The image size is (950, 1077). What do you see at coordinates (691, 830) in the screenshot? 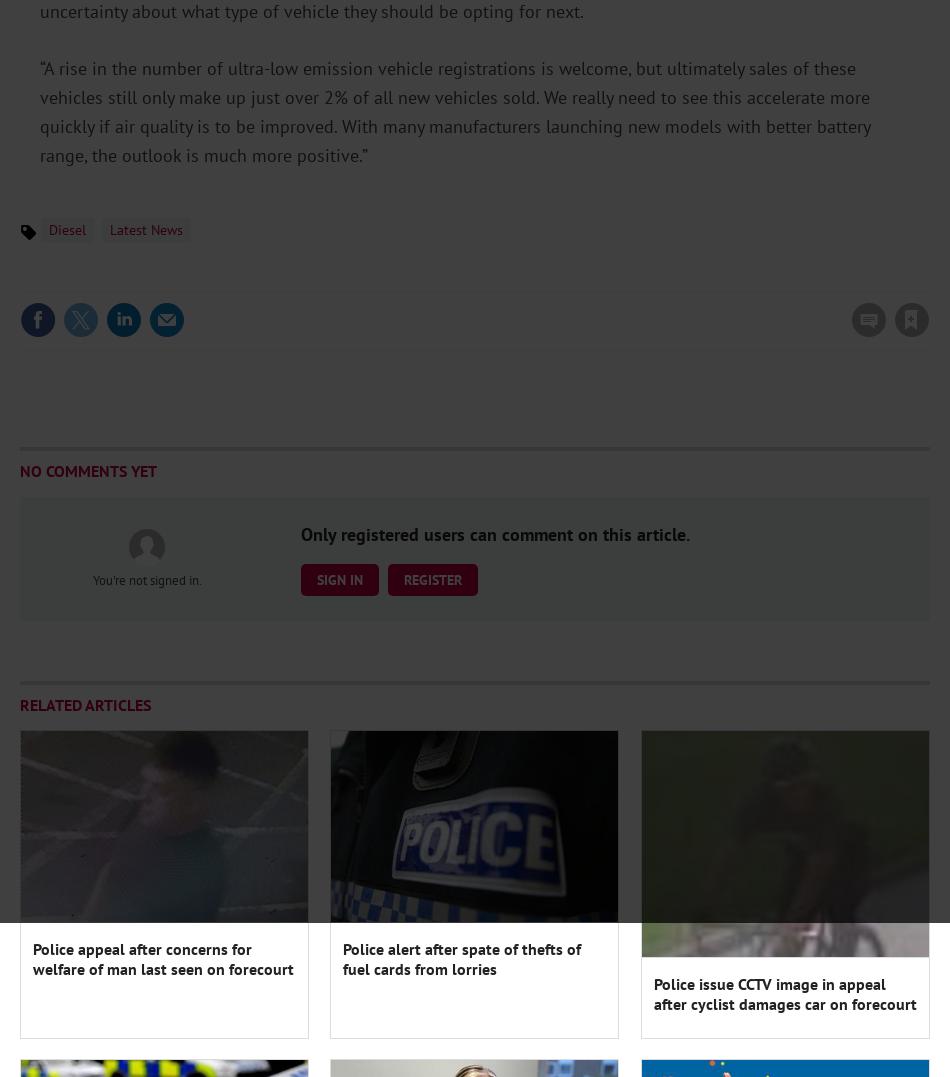
I see `'Understanding forecourt shopper missions'` at bounding box center [691, 830].